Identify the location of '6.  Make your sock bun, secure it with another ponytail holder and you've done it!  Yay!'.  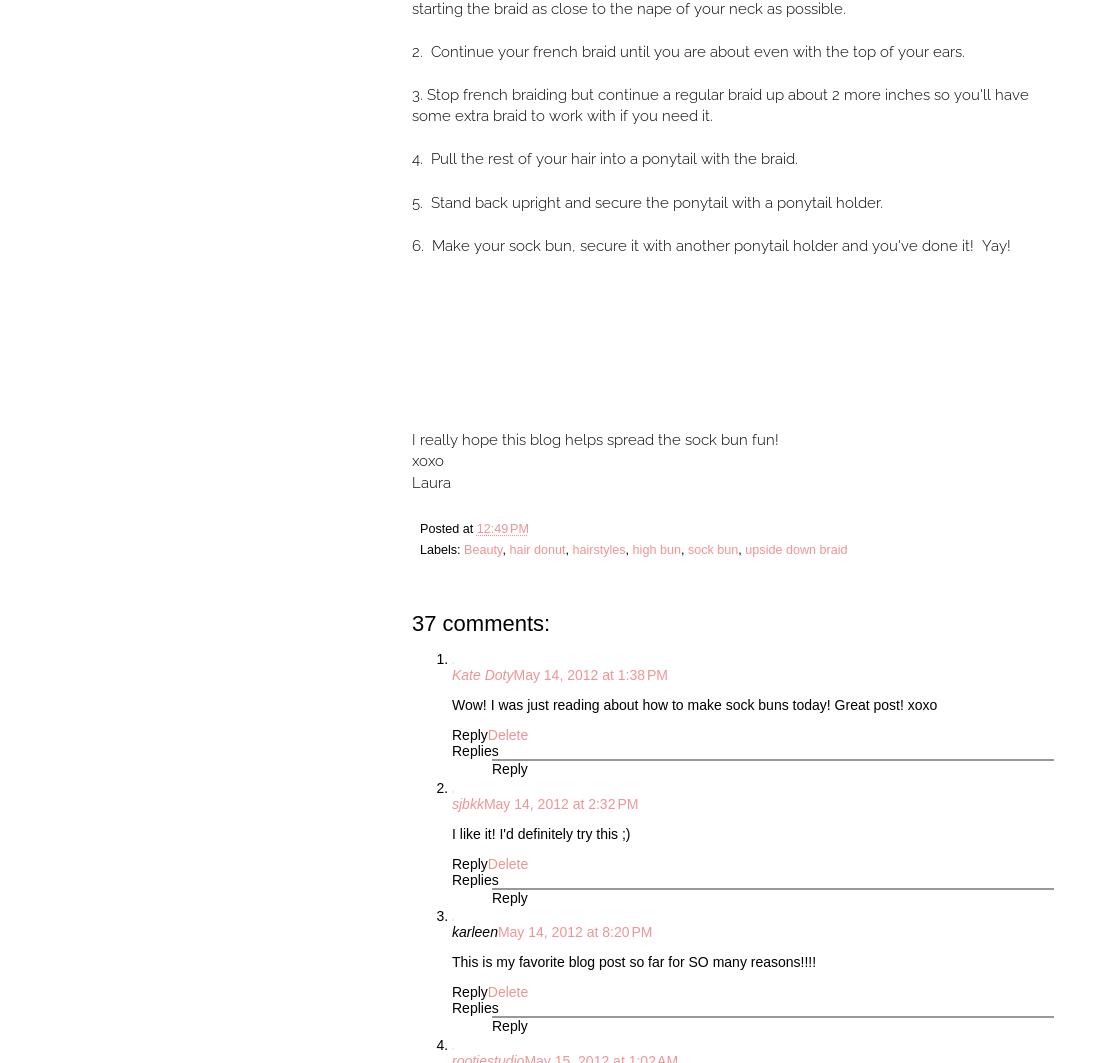
(710, 245).